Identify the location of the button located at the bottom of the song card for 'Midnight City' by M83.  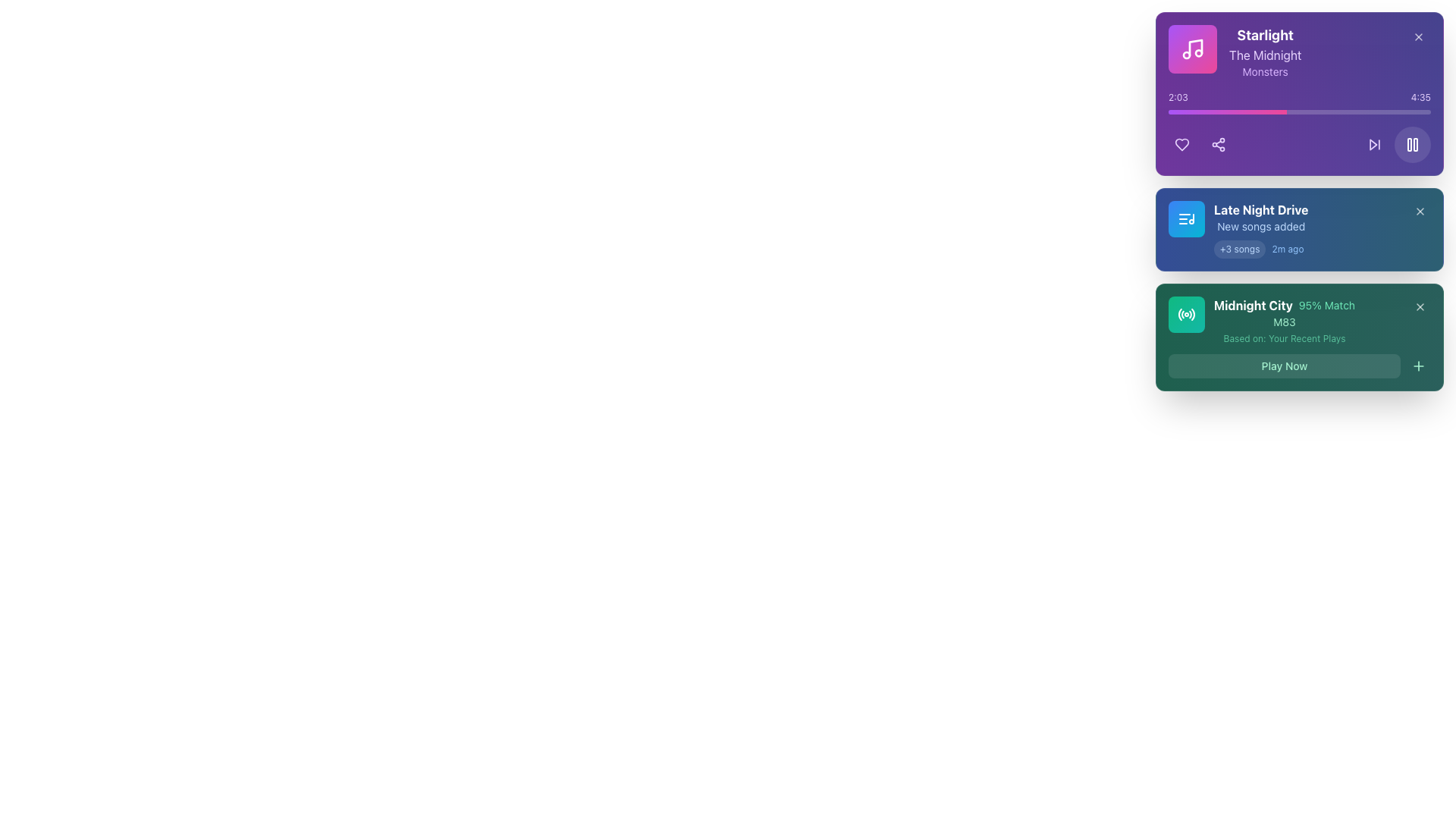
(1298, 366).